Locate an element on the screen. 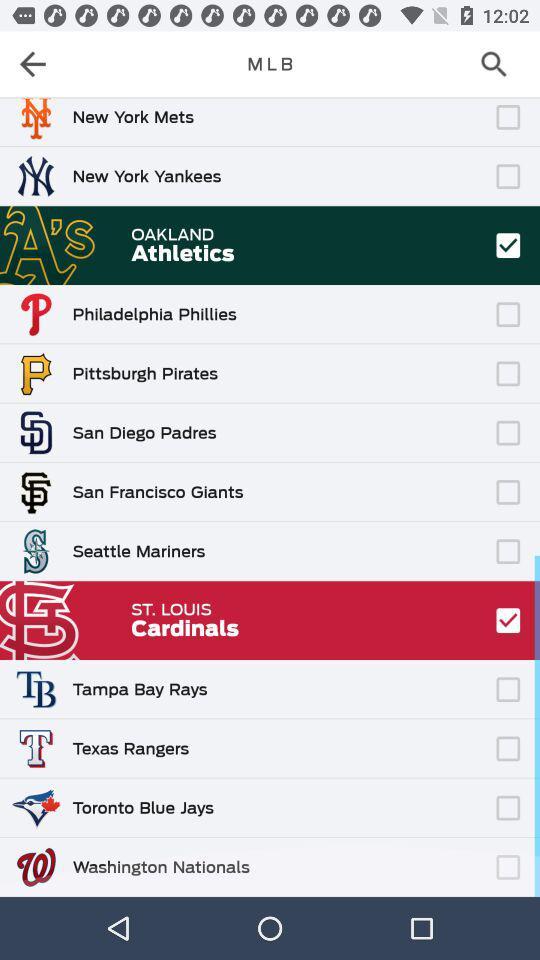 The height and width of the screenshot is (960, 540). the arrow_backward icon is located at coordinates (39, 64).